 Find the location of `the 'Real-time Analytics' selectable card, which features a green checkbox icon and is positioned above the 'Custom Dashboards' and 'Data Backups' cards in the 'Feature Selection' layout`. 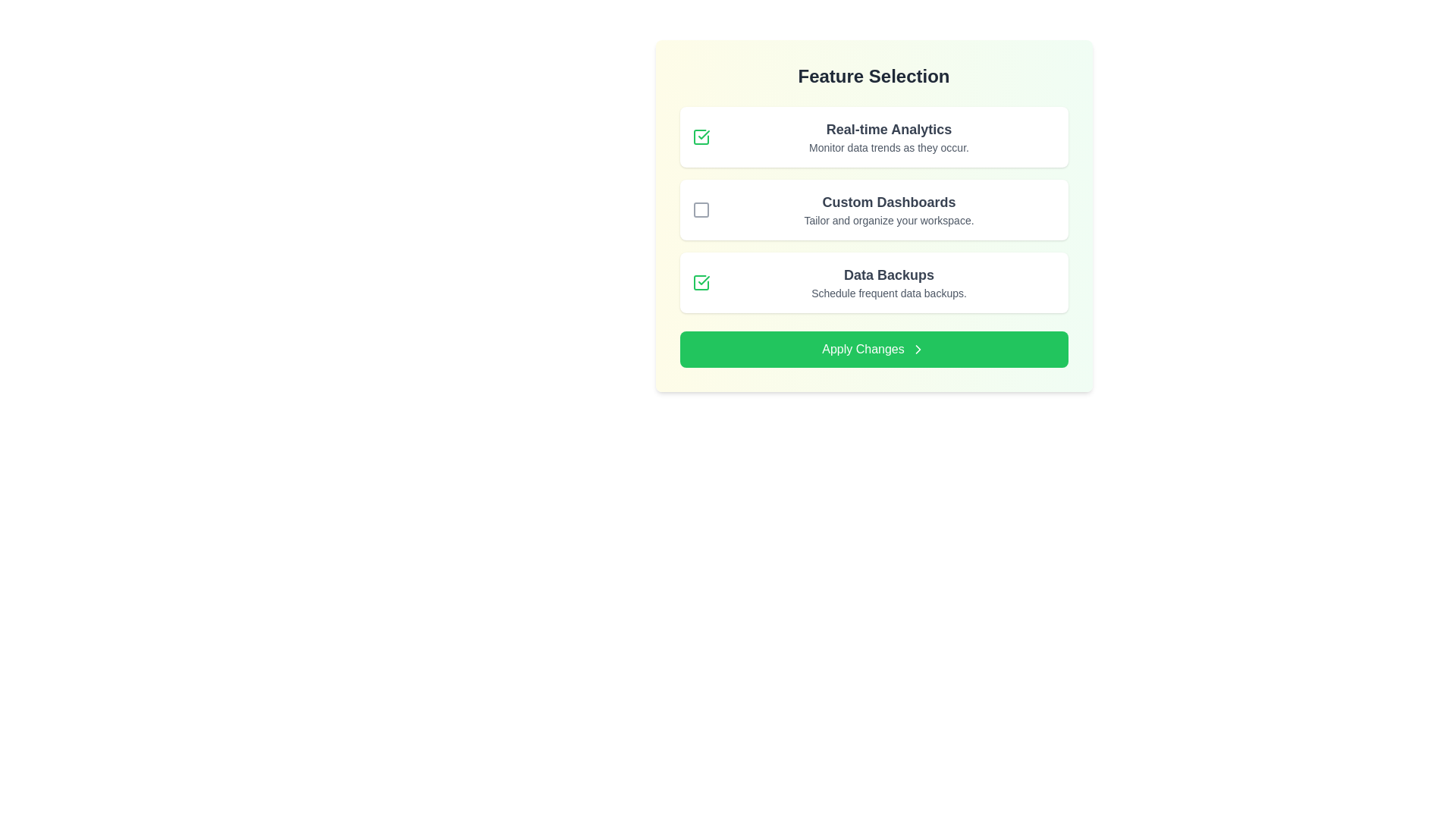

the 'Real-time Analytics' selectable card, which features a green checkbox icon and is positioned above the 'Custom Dashboards' and 'Data Backups' cards in the 'Feature Selection' layout is located at coordinates (874, 137).